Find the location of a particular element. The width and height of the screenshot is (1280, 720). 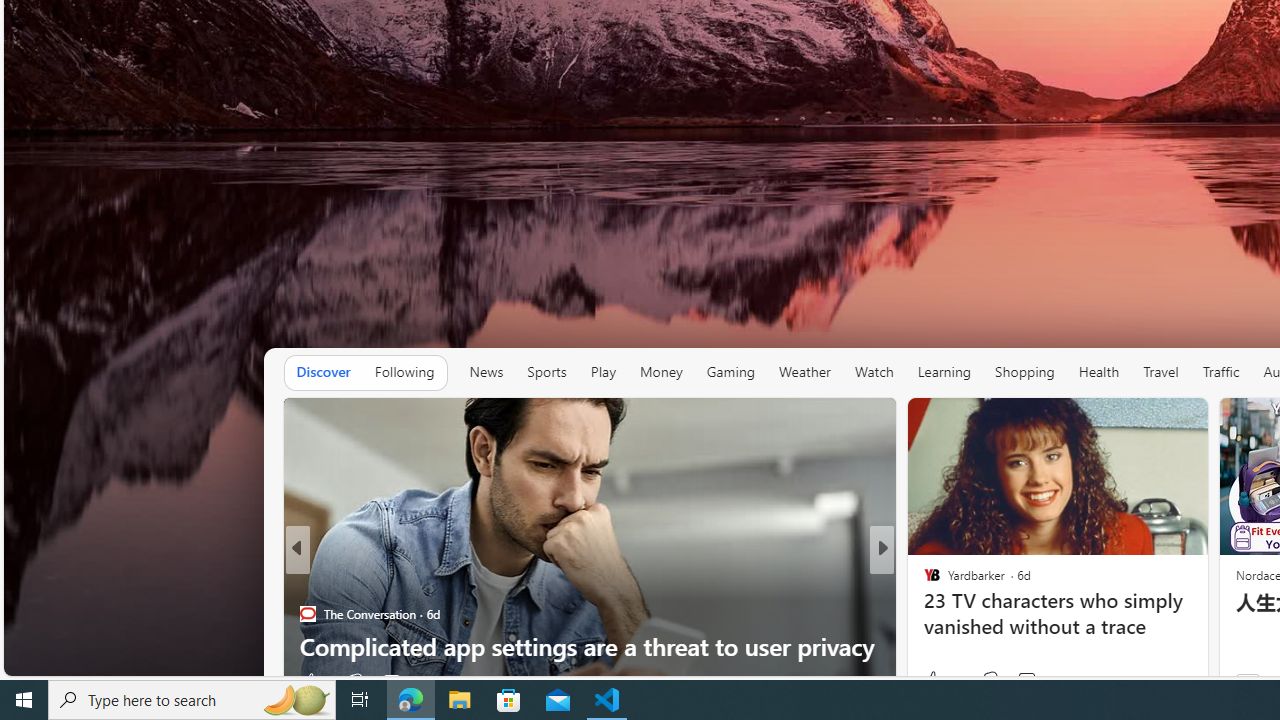

'Yardbarker' is located at coordinates (922, 581).